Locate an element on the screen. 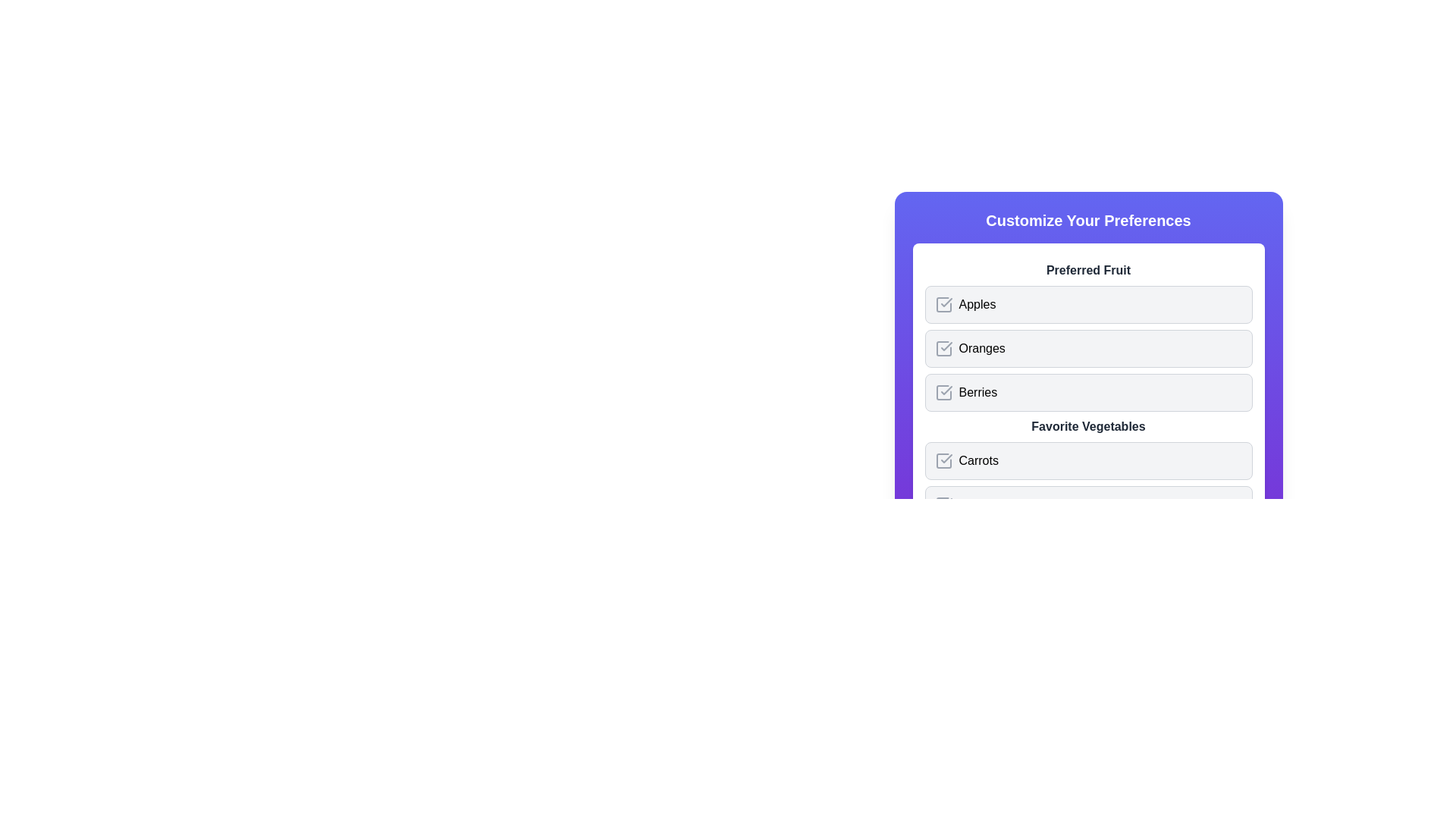 The image size is (1456, 819). the checkbox for the 'Berries' preference located in the third row under the 'Preferred Fruit' section is located at coordinates (943, 391).